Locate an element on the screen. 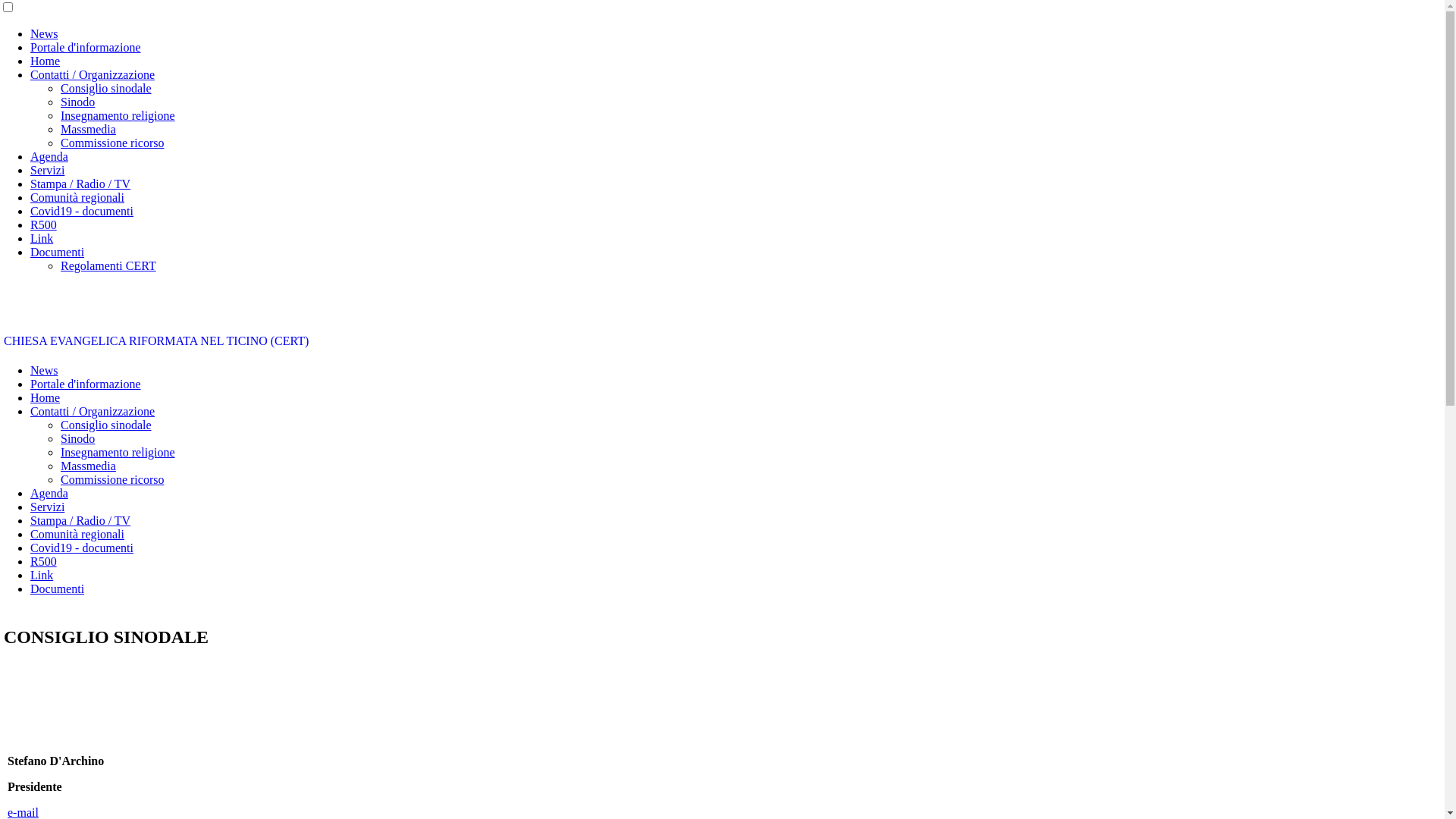 This screenshot has height=819, width=1456. 'Consiglio sinodale' is located at coordinates (105, 88).